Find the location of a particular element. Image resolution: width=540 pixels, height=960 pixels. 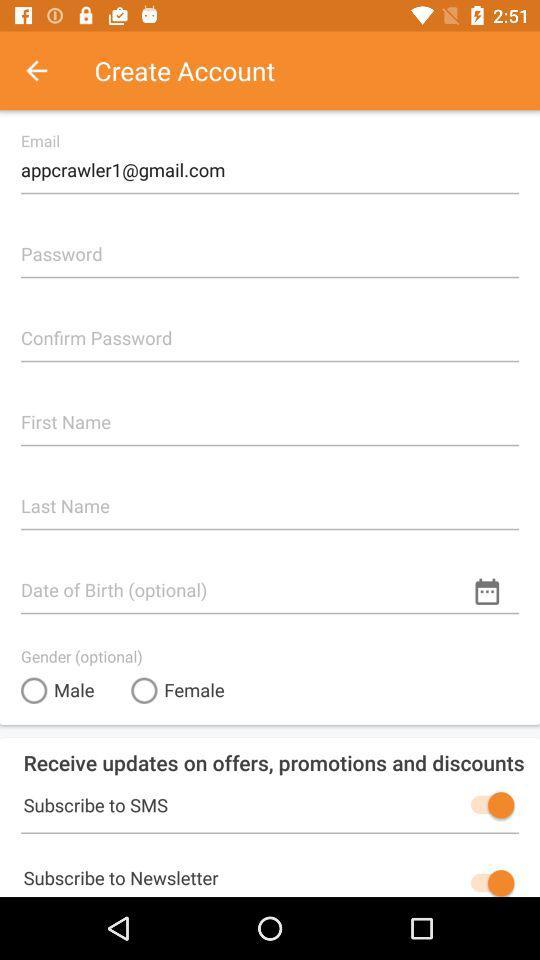

item above receive updates on item is located at coordinates (57, 690).